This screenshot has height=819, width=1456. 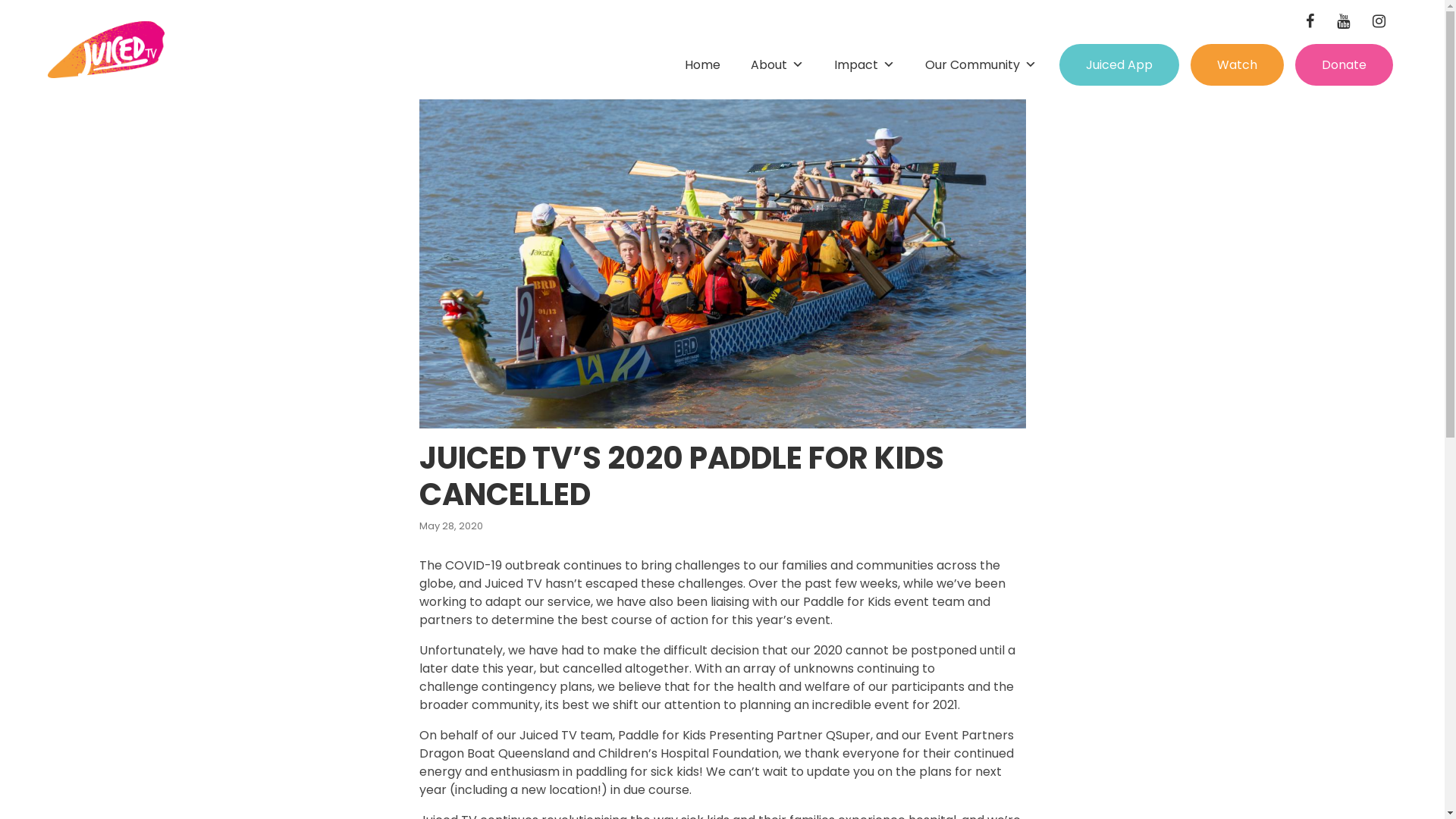 I want to click on 'Donate', so click(x=1344, y=64).